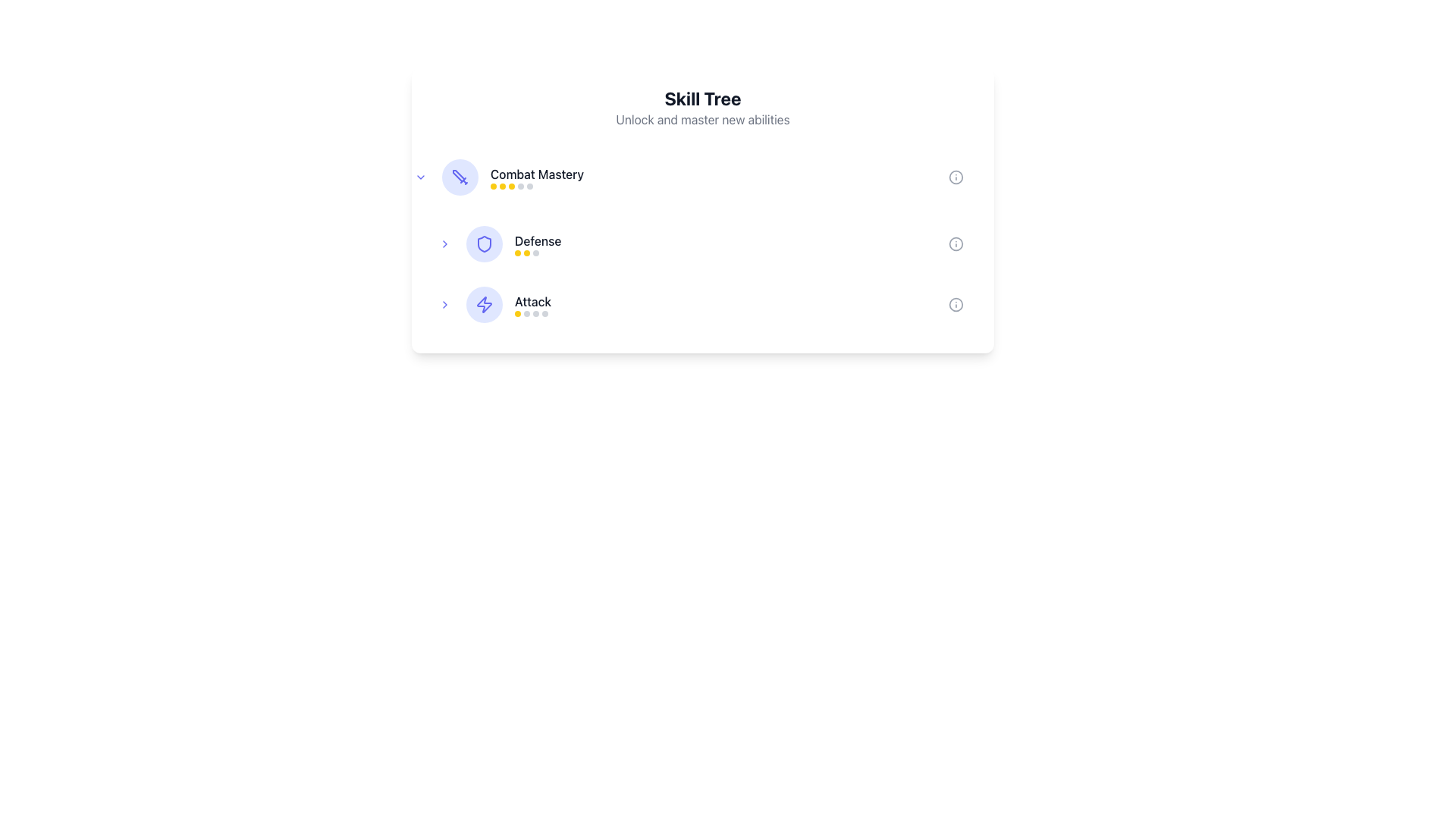 The height and width of the screenshot is (819, 1456). Describe the element at coordinates (537, 174) in the screenshot. I see `the 'Combat Mastery' text label element` at that location.